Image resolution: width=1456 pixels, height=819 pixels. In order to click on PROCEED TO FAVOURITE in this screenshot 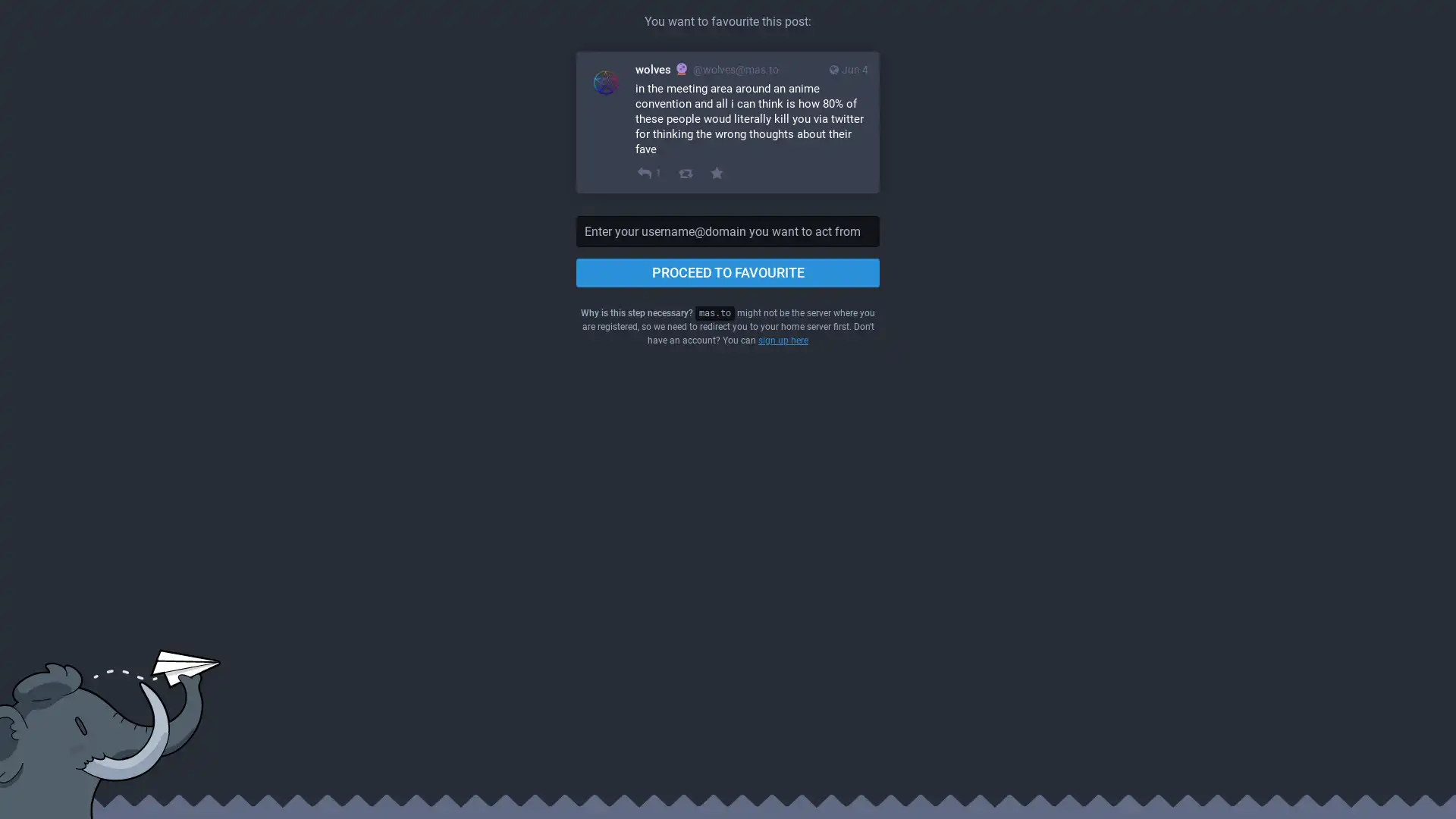, I will do `click(728, 271)`.